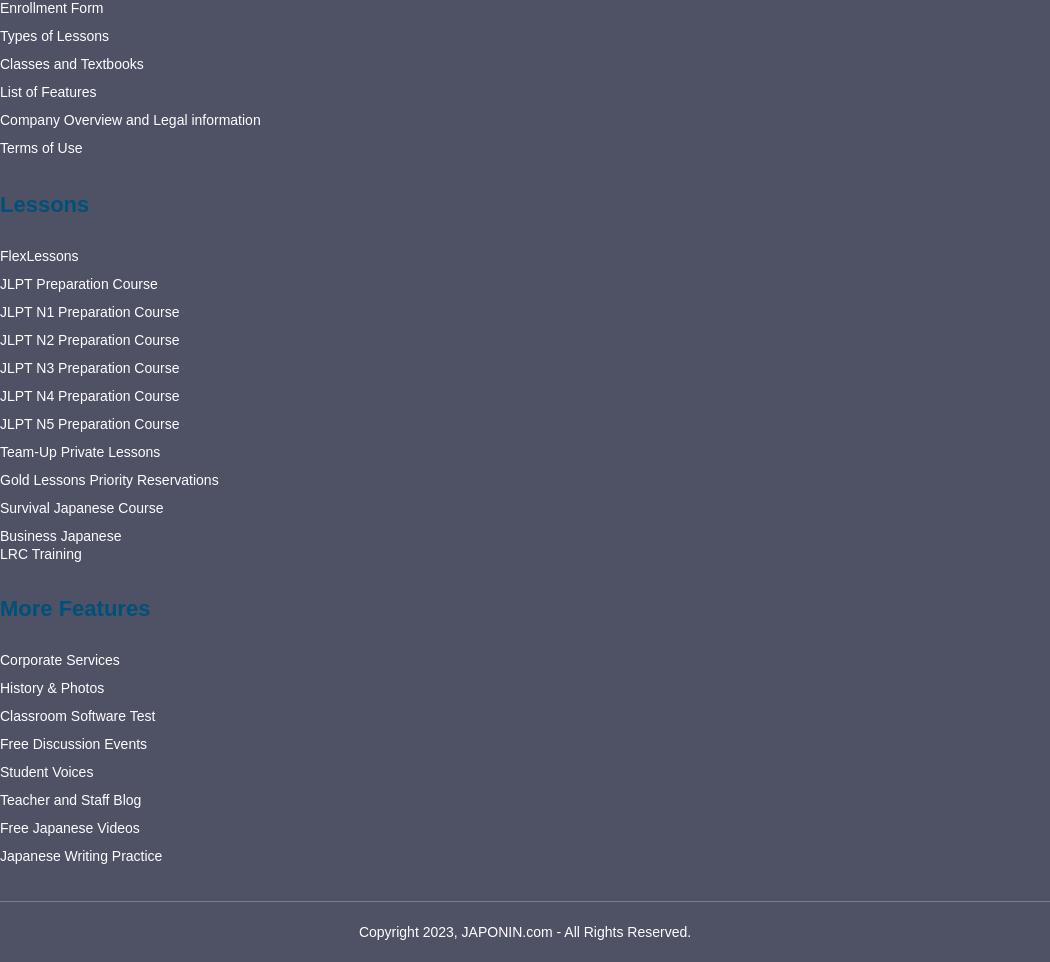  What do you see at coordinates (0, 536) in the screenshot?
I see `'Business Japanese'` at bounding box center [0, 536].